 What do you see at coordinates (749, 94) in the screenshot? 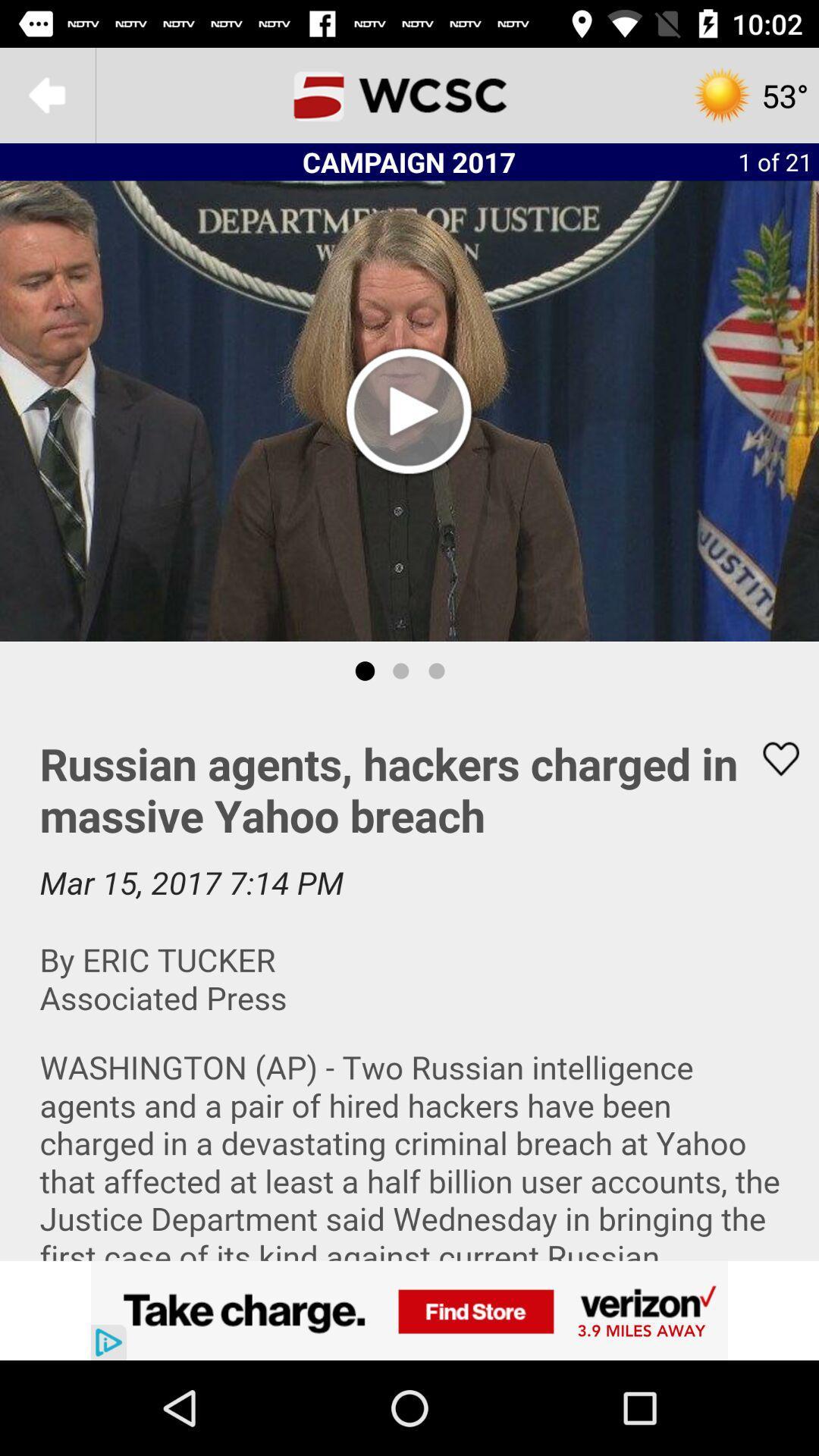
I see `the settings icon` at bounding box center [749, 94].